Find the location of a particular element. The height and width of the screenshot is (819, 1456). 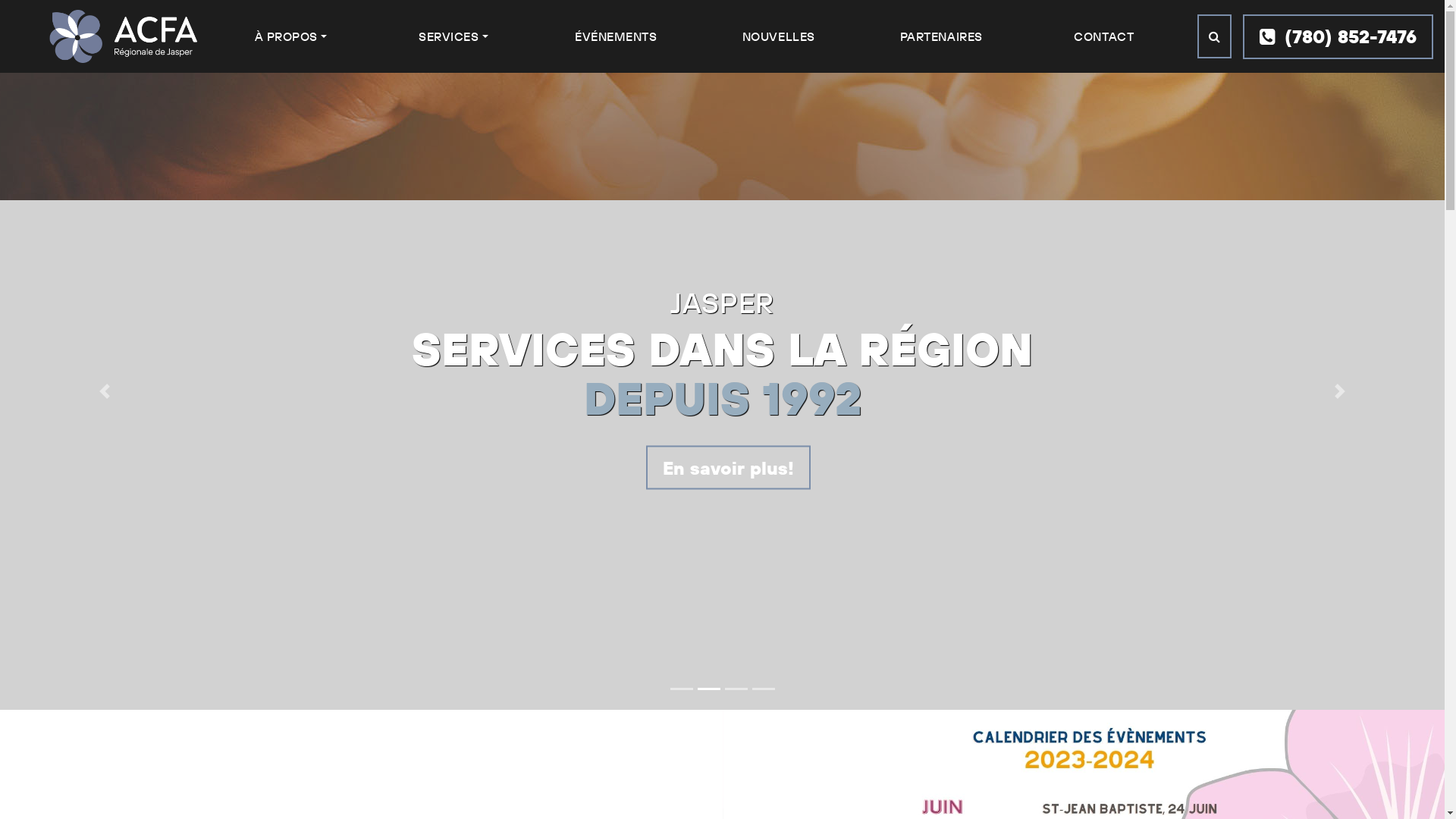

'NOUVELLES' is located at coordinates (731, 35).